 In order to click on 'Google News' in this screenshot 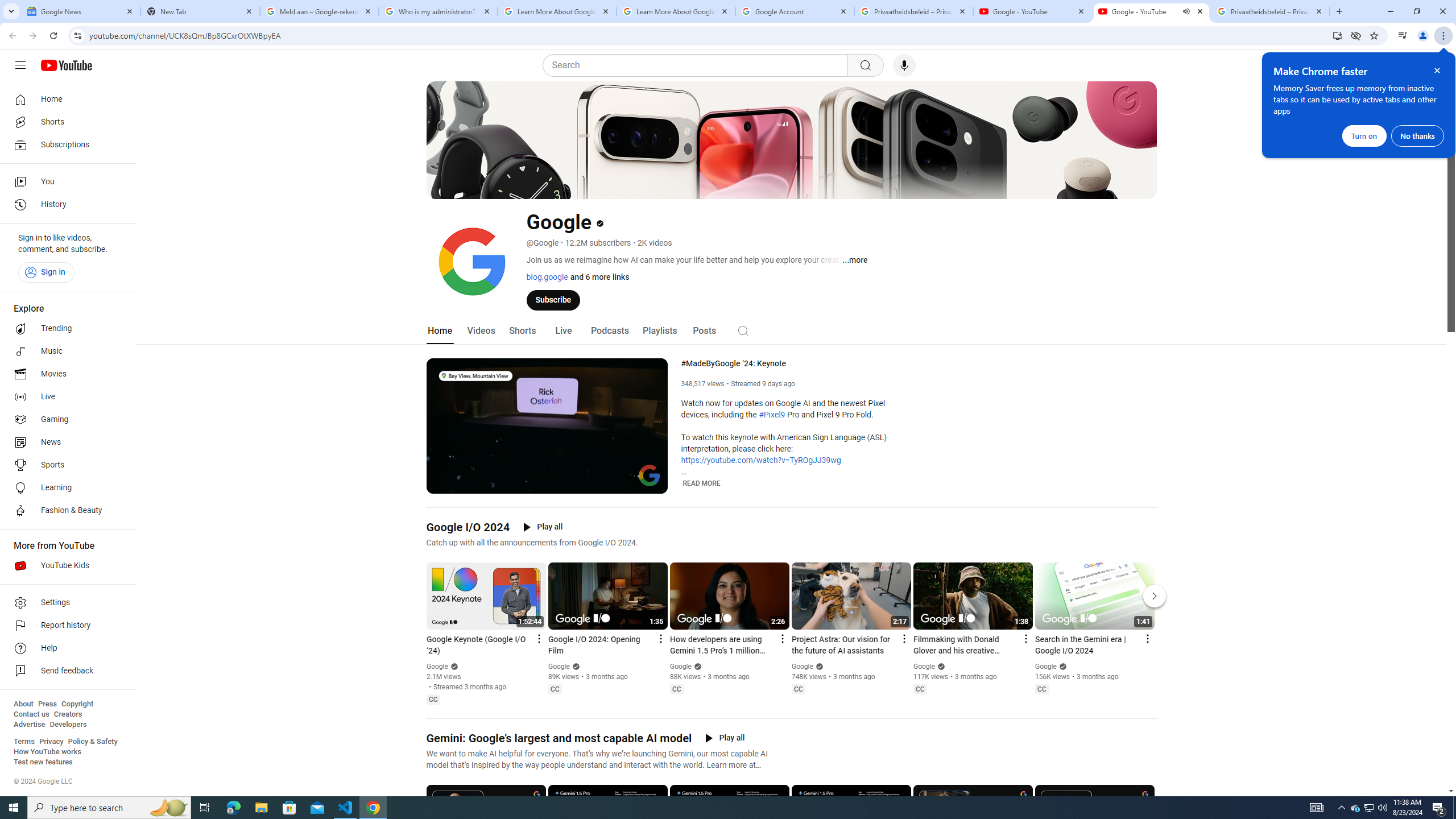, I will do `click(81, 11)`.